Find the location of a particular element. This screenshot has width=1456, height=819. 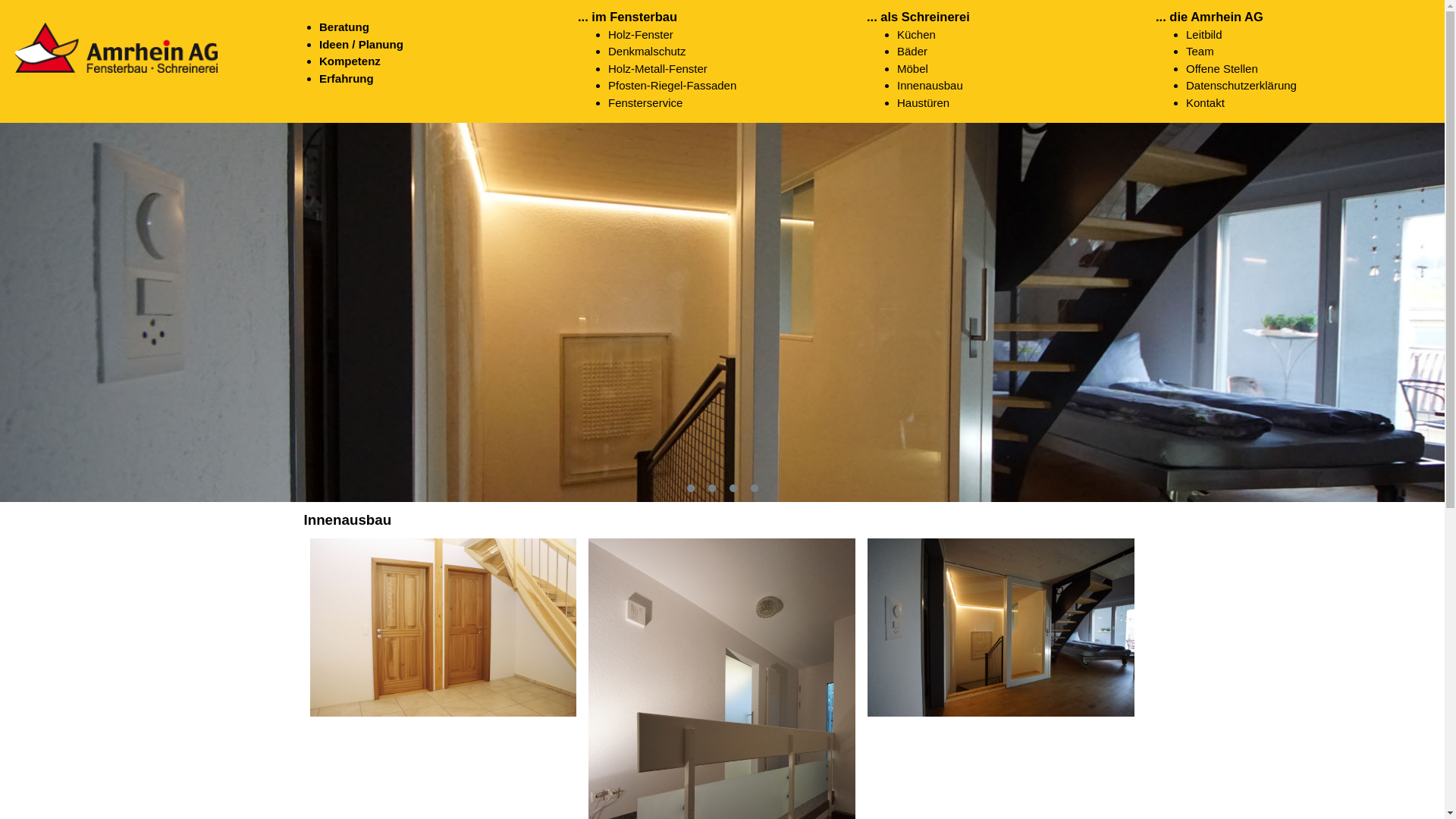

'... die Amrhein AG' is located at coordinates (1208, 17).